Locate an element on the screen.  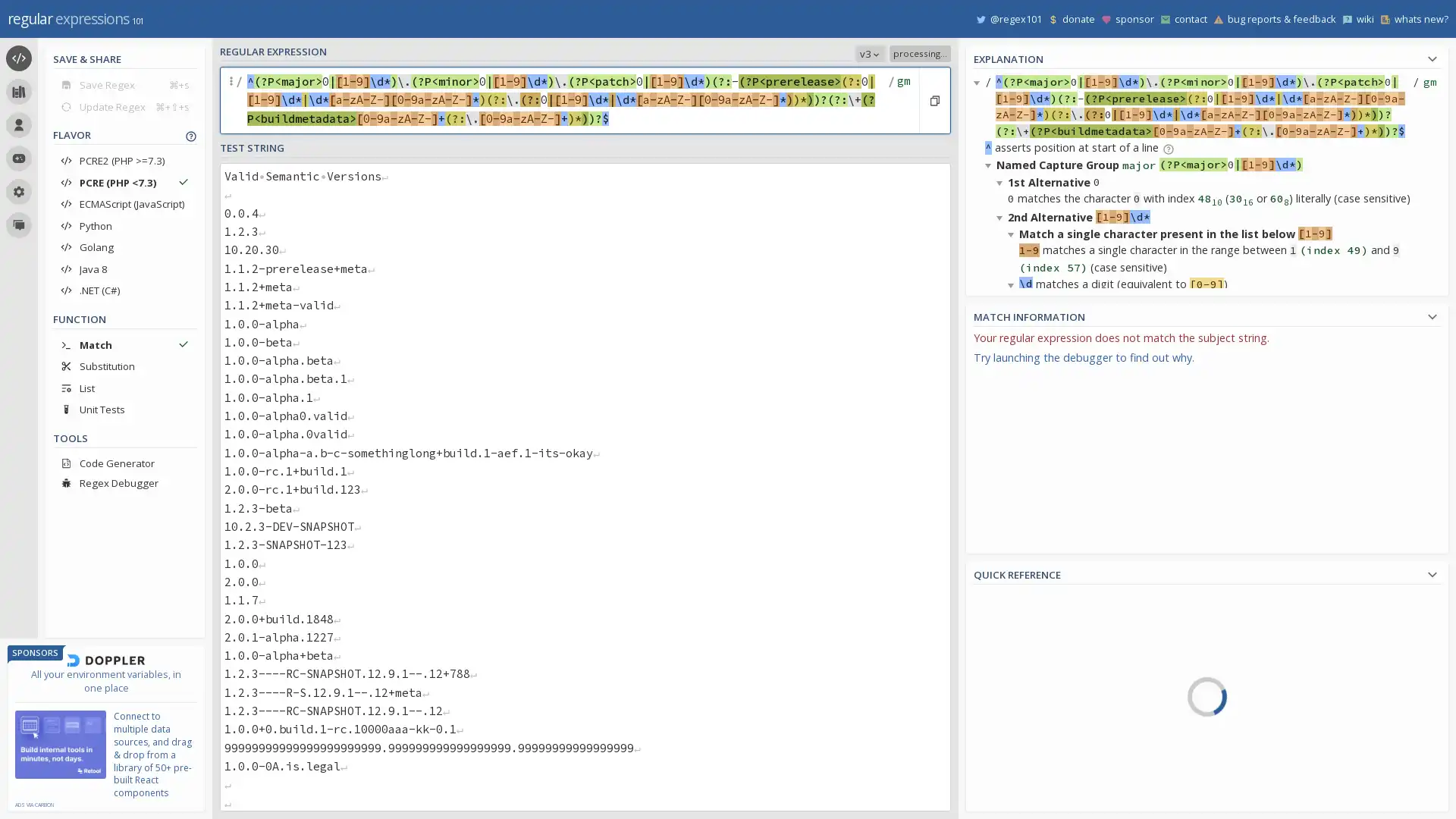
Export Matches is located at coordinates (1427, 342).